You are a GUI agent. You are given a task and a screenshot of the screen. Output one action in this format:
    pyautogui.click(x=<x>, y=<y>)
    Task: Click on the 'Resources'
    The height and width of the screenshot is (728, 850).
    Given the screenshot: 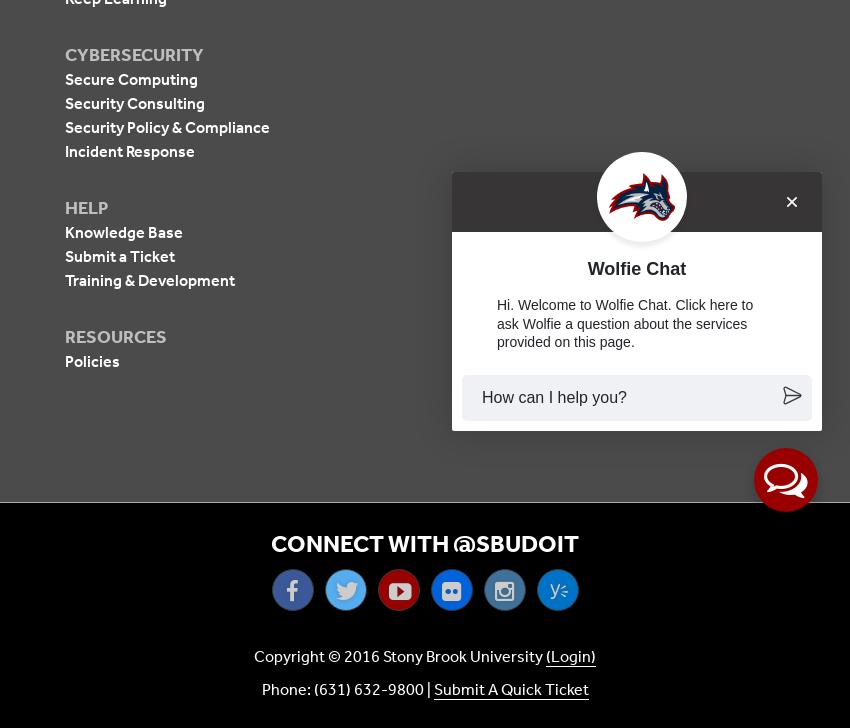 What is the action you would take?
    pyautogui.click(x=115, y=335)
    